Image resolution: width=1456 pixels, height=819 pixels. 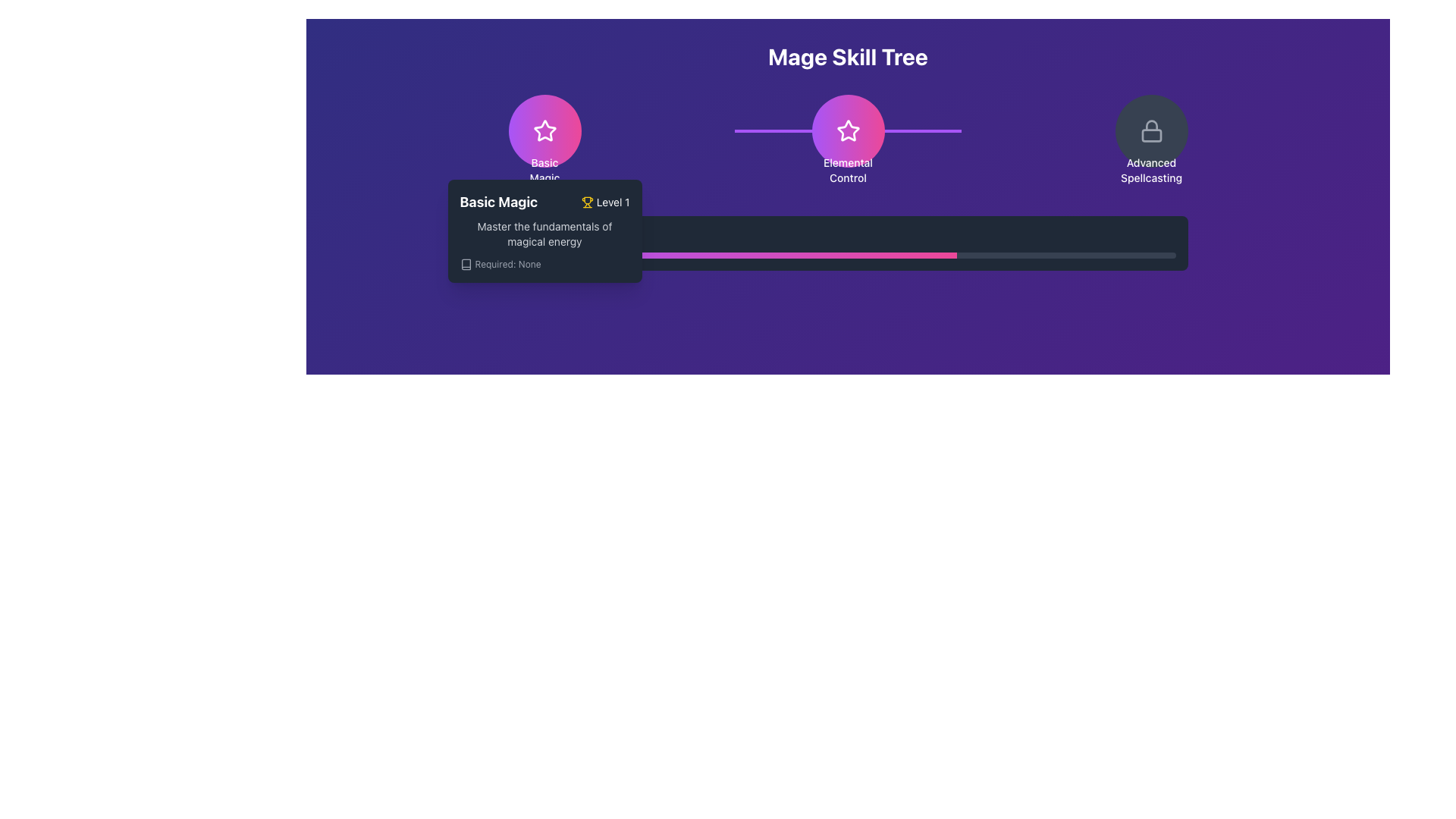 I want to click on the star-shaped icon with a gradient color and white border in the 'Basic Magic' node of the Mage Skill Tree, so click(x=544, y=130).